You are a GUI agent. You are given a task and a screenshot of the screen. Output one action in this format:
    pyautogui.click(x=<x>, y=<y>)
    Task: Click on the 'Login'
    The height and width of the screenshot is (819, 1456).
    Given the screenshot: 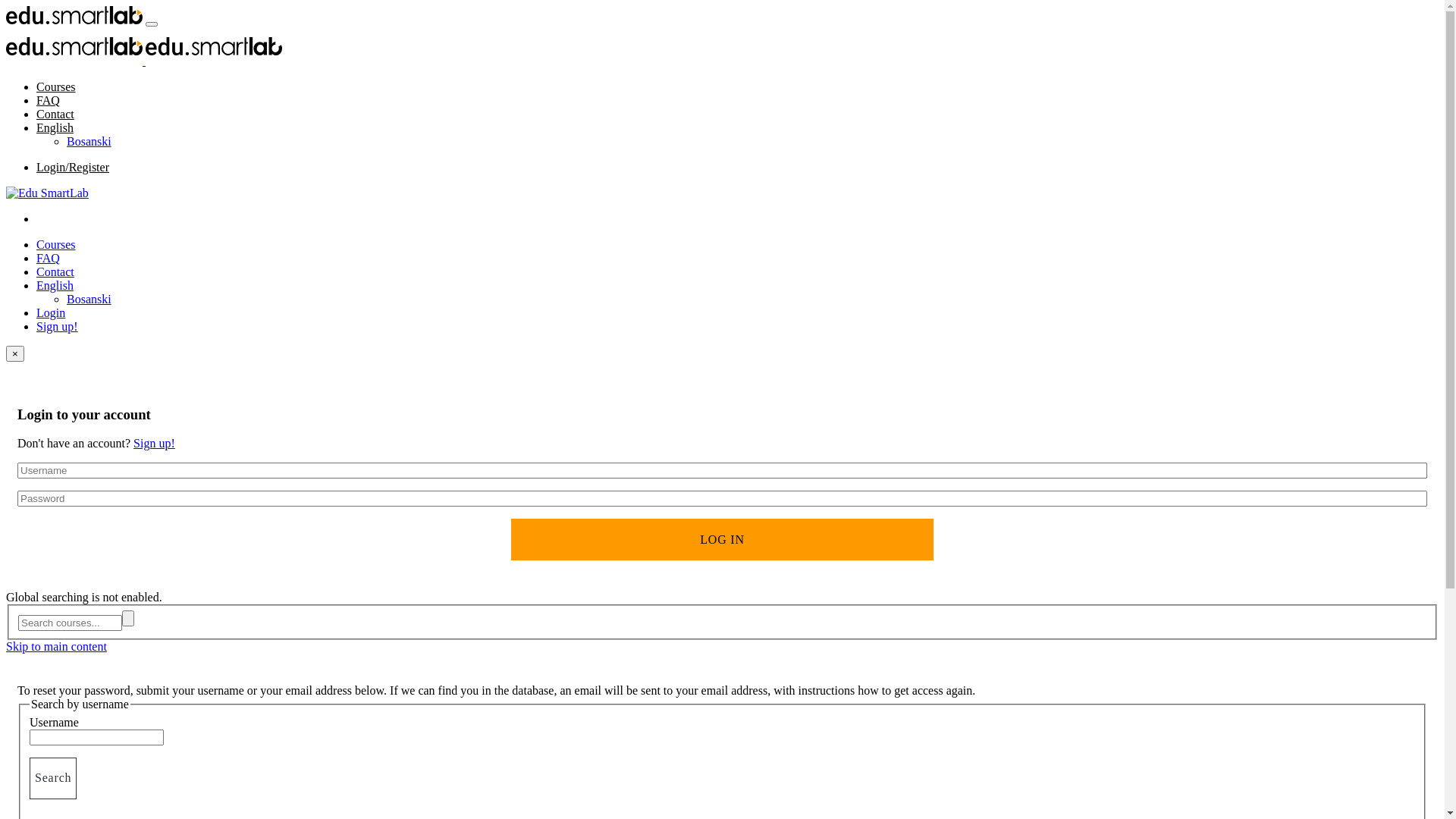 What is the action you would take?
    pyautogui.click(x=51, y=312)
    